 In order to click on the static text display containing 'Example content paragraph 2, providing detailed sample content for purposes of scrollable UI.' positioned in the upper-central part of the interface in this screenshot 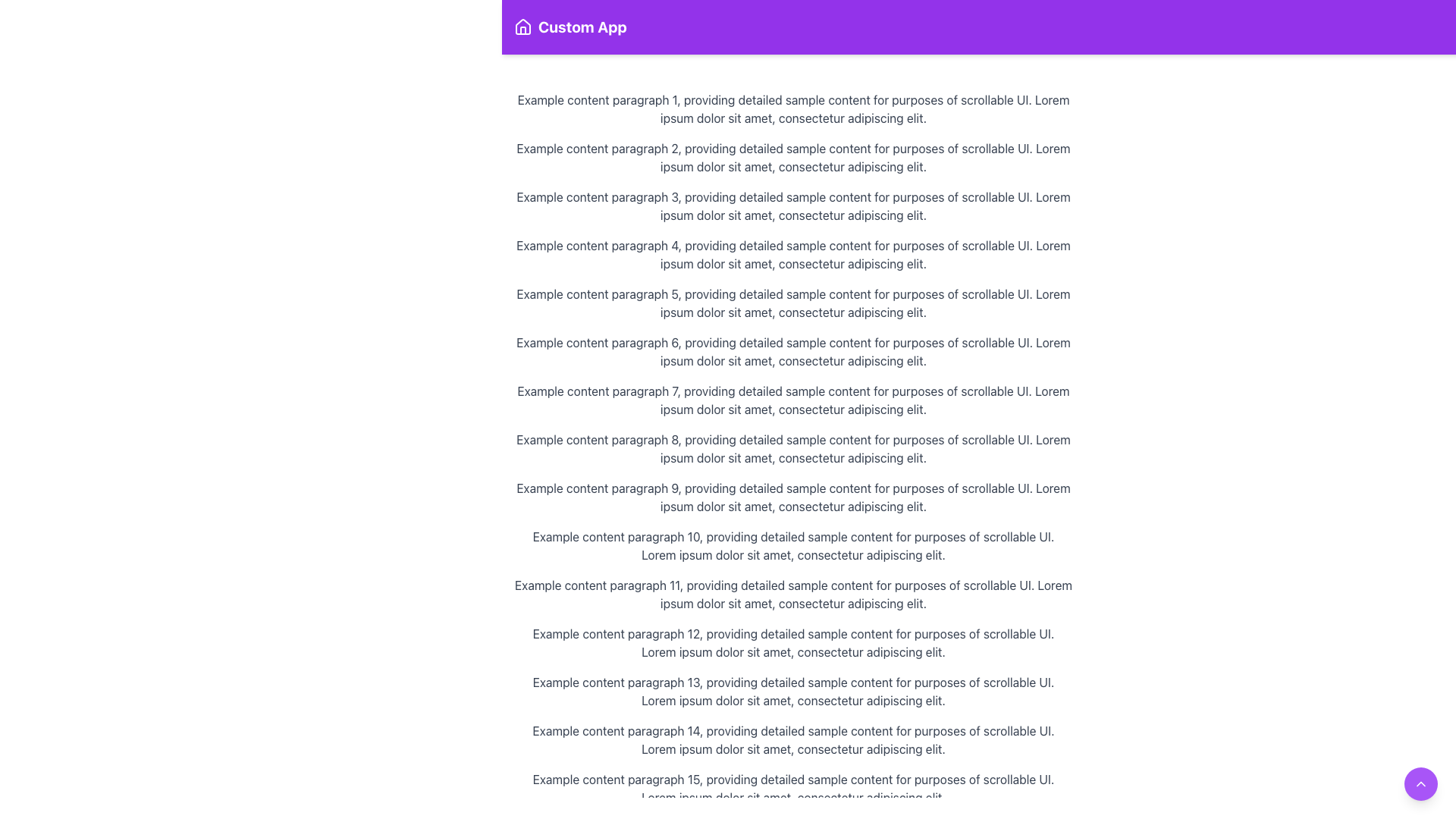, I will do `click(792, 158)`.